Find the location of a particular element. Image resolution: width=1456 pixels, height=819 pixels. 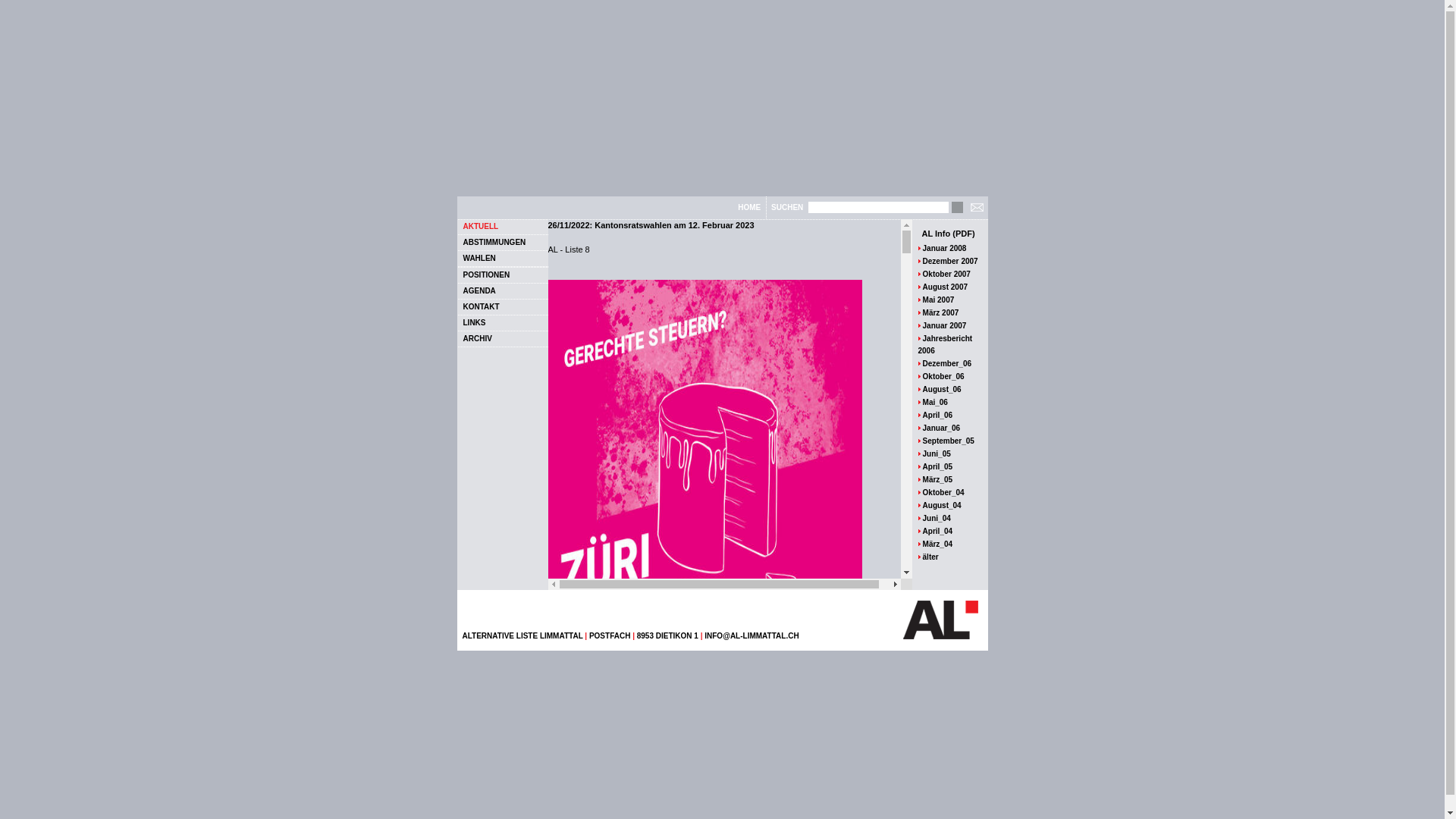

'AKTUELL' is located at coordinates (461, 225).